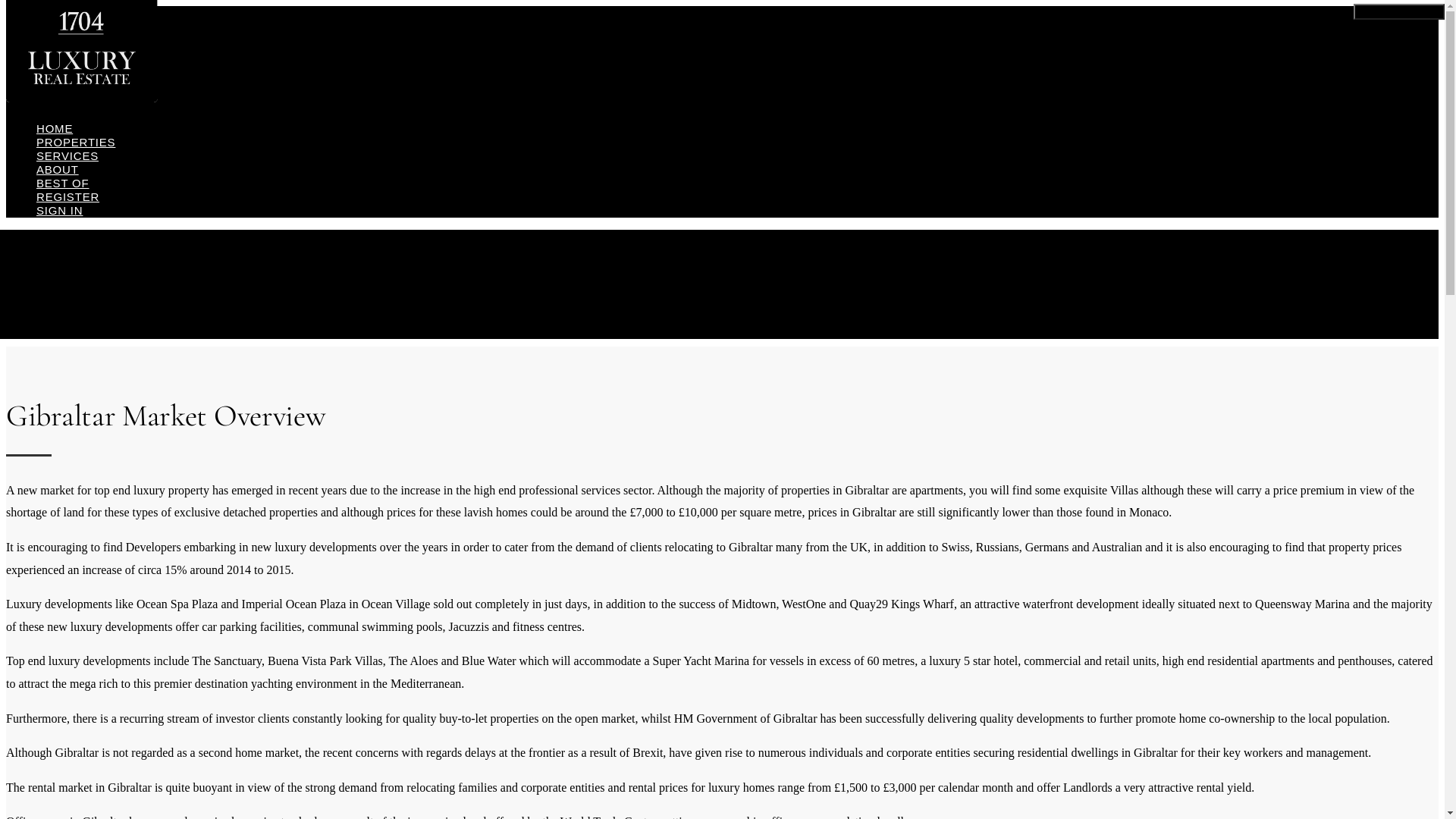 This screenshot has width=1456, height=819. Describe the element at coordinates (67, 196) in the screenshot. I see `'REGISTER'` at that location.